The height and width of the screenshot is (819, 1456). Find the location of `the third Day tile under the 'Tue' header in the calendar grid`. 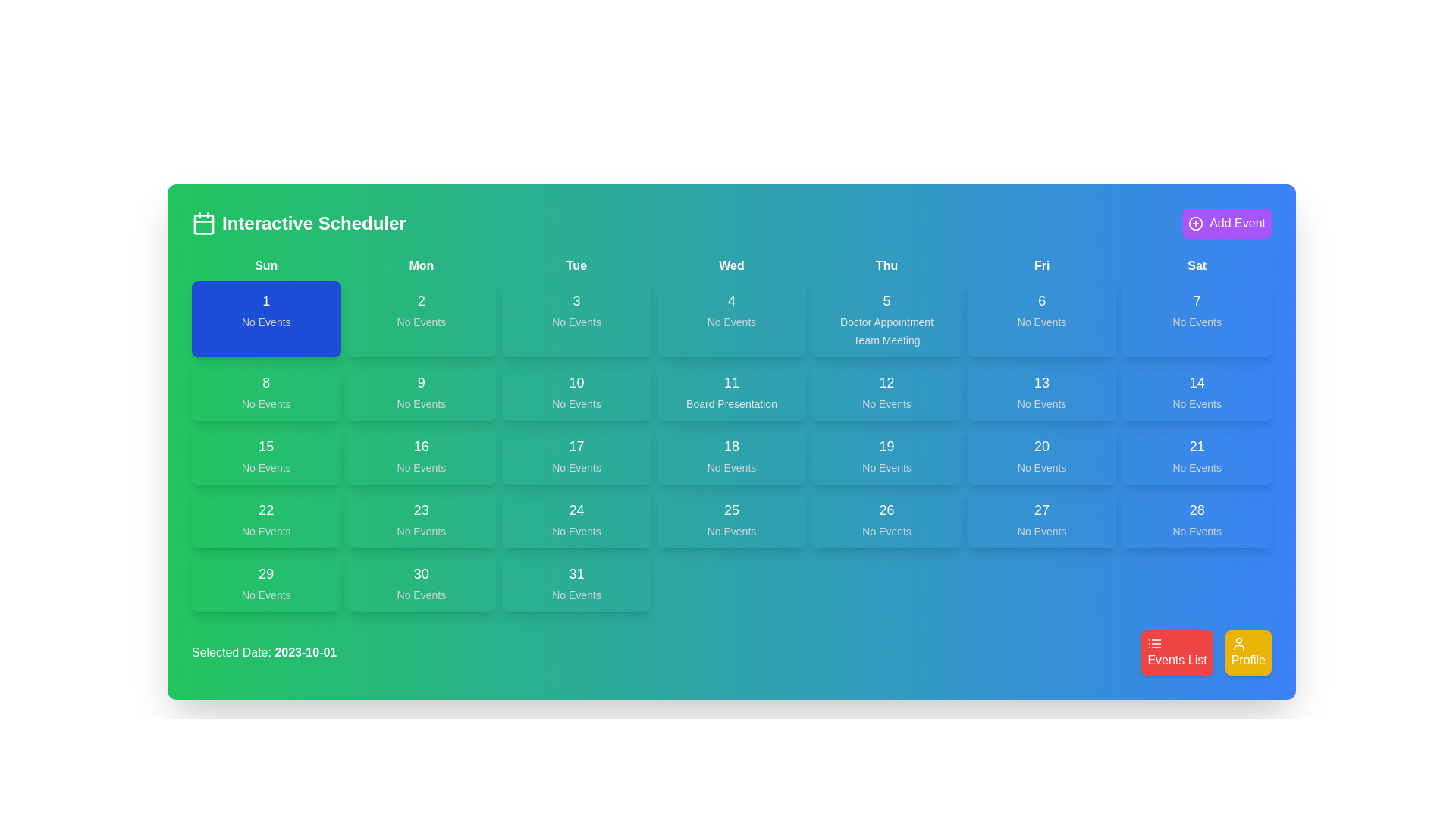

the third Day tile under the 'Tue' header in the calendar grid is located at coordinates (576, 318).